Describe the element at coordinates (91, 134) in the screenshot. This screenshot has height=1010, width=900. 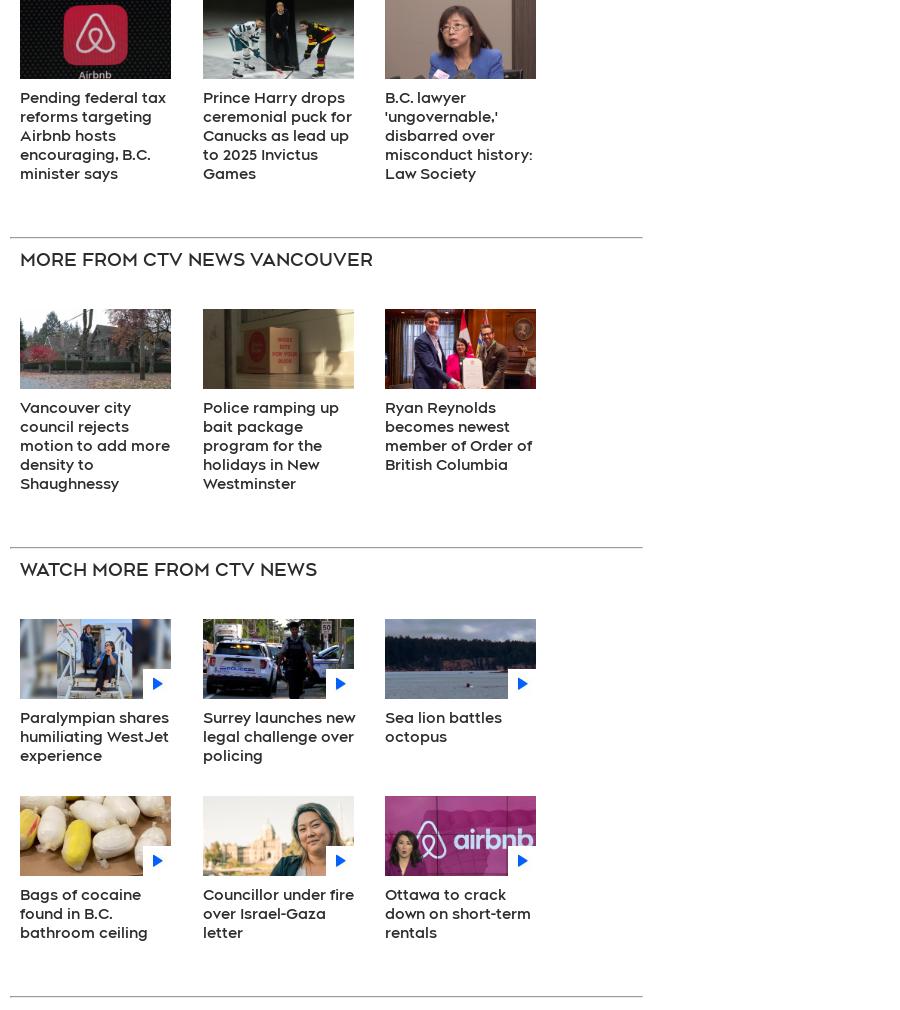
I see `'Pending federal tax reforms targeting Airbnb hosts encouraging, B.C. minister says'` at that location.